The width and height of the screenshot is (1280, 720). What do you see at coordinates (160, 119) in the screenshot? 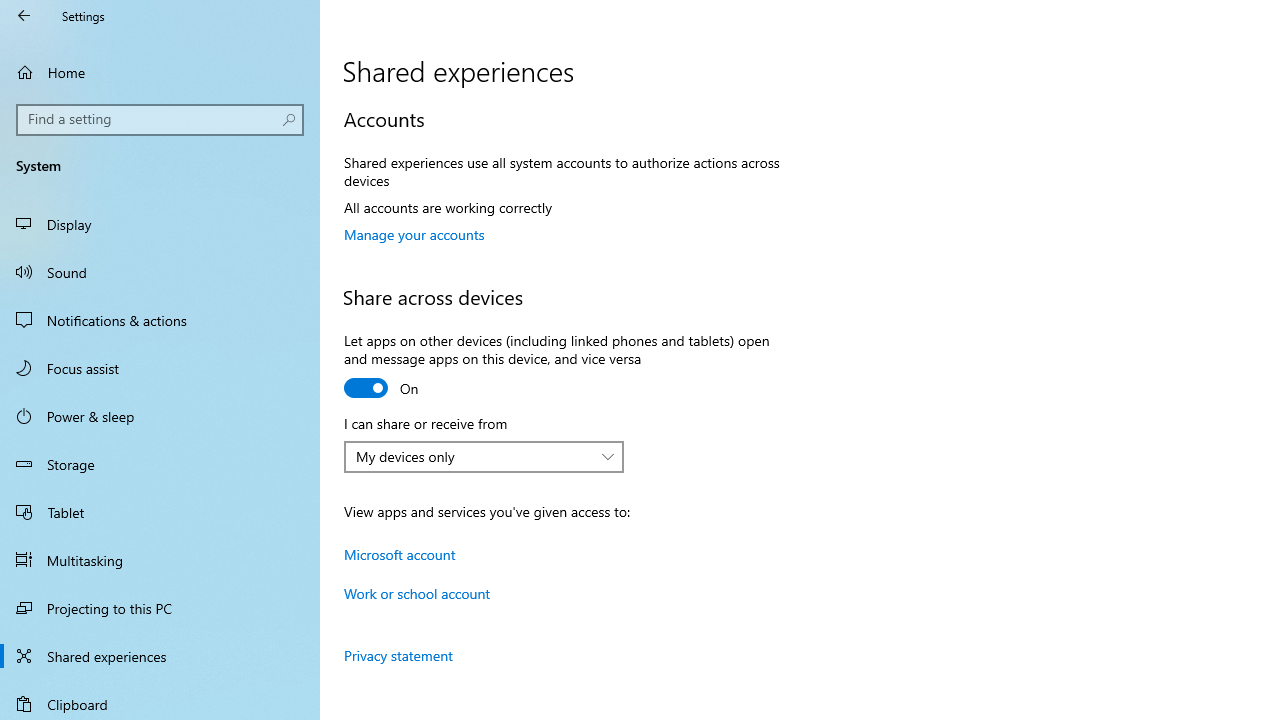
I see `'Search box, Find a setting'` at bounding box center [160, 119].